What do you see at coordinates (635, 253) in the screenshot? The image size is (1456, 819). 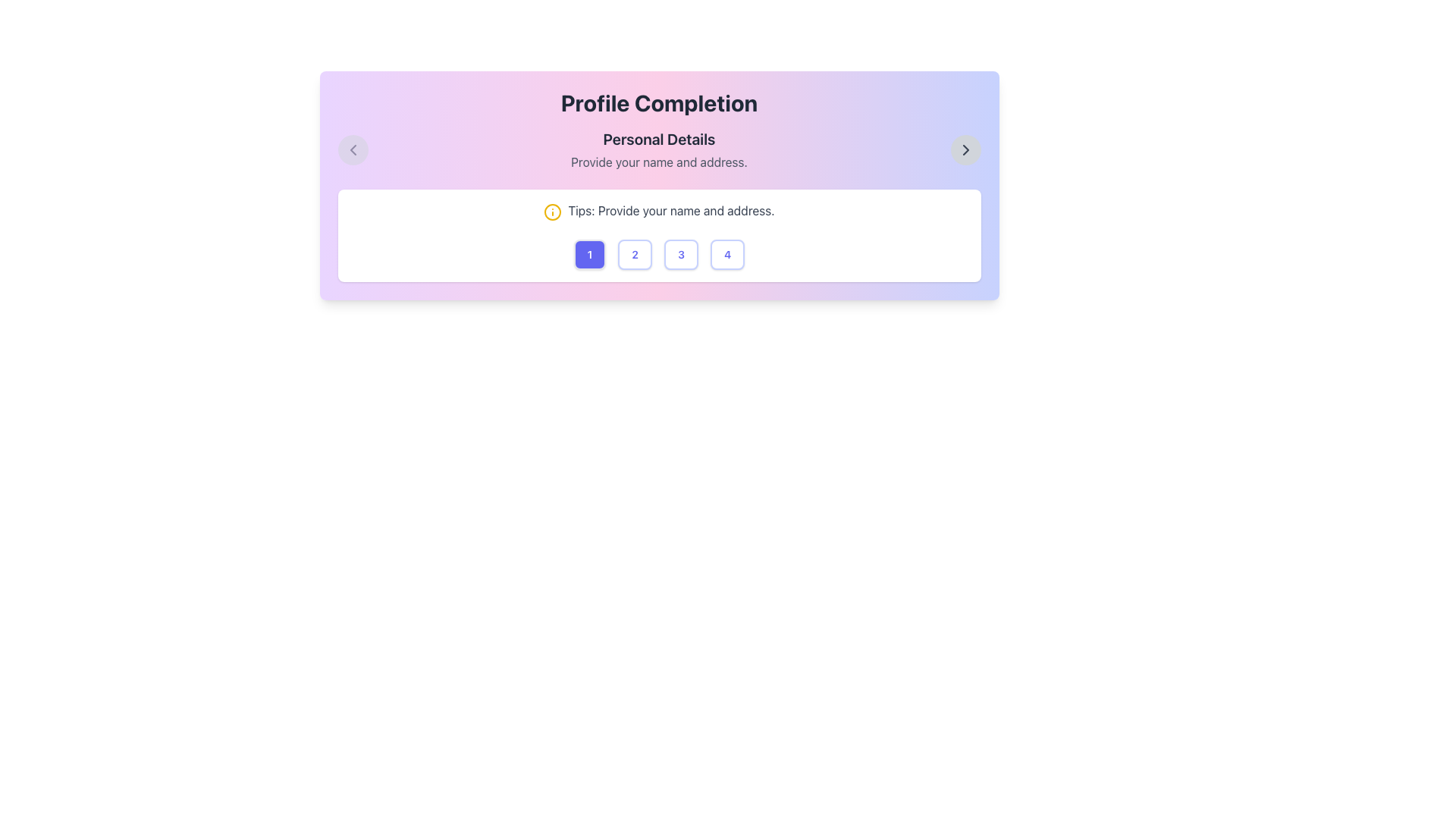 I see `the second button in the horizontal group of navigation buttons` at bounding box center [635, 253].